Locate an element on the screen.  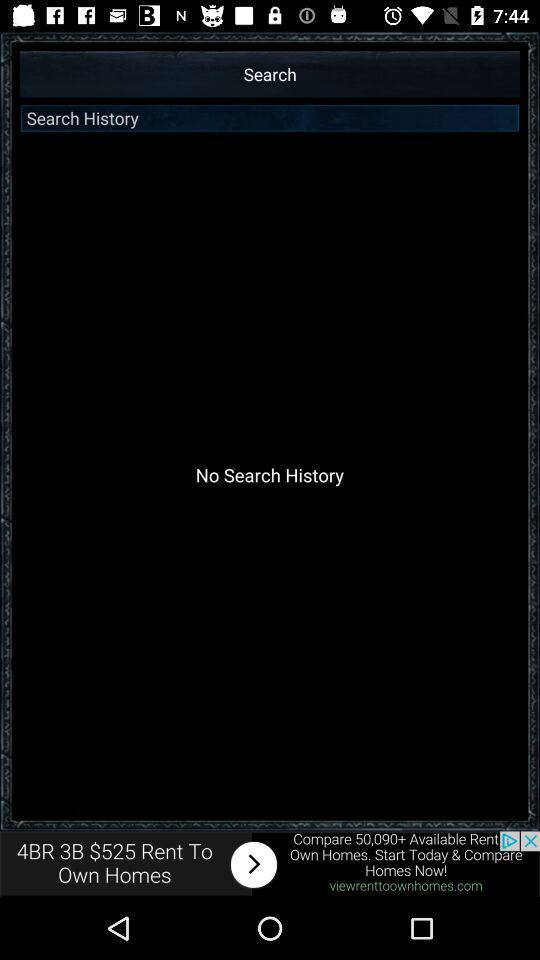
click on the advertisement is located at coordinates (270, 863).